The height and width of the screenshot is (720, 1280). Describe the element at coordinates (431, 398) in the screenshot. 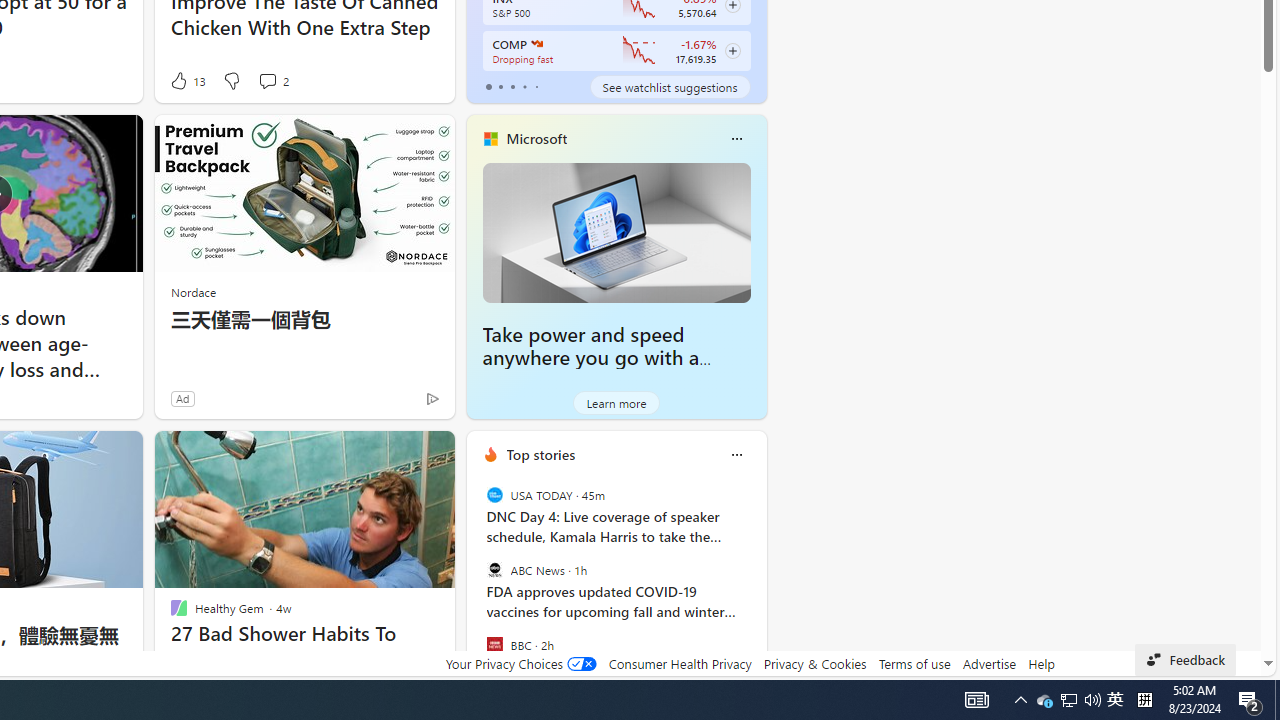

I see `'Ad Choice'` at that location.